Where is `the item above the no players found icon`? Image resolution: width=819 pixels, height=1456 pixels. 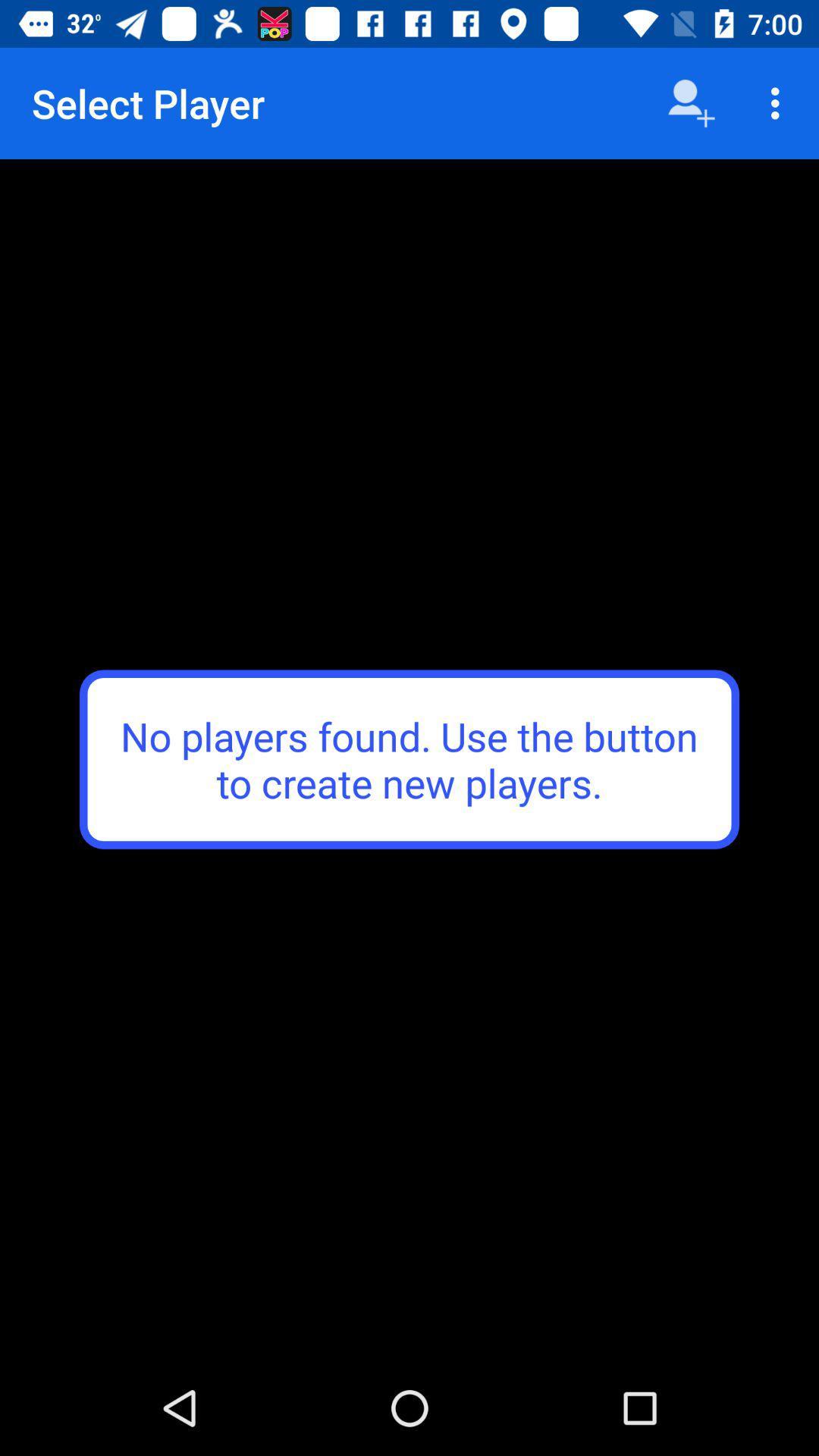
the item above the no players found icon is located at coordinates (691, 102).